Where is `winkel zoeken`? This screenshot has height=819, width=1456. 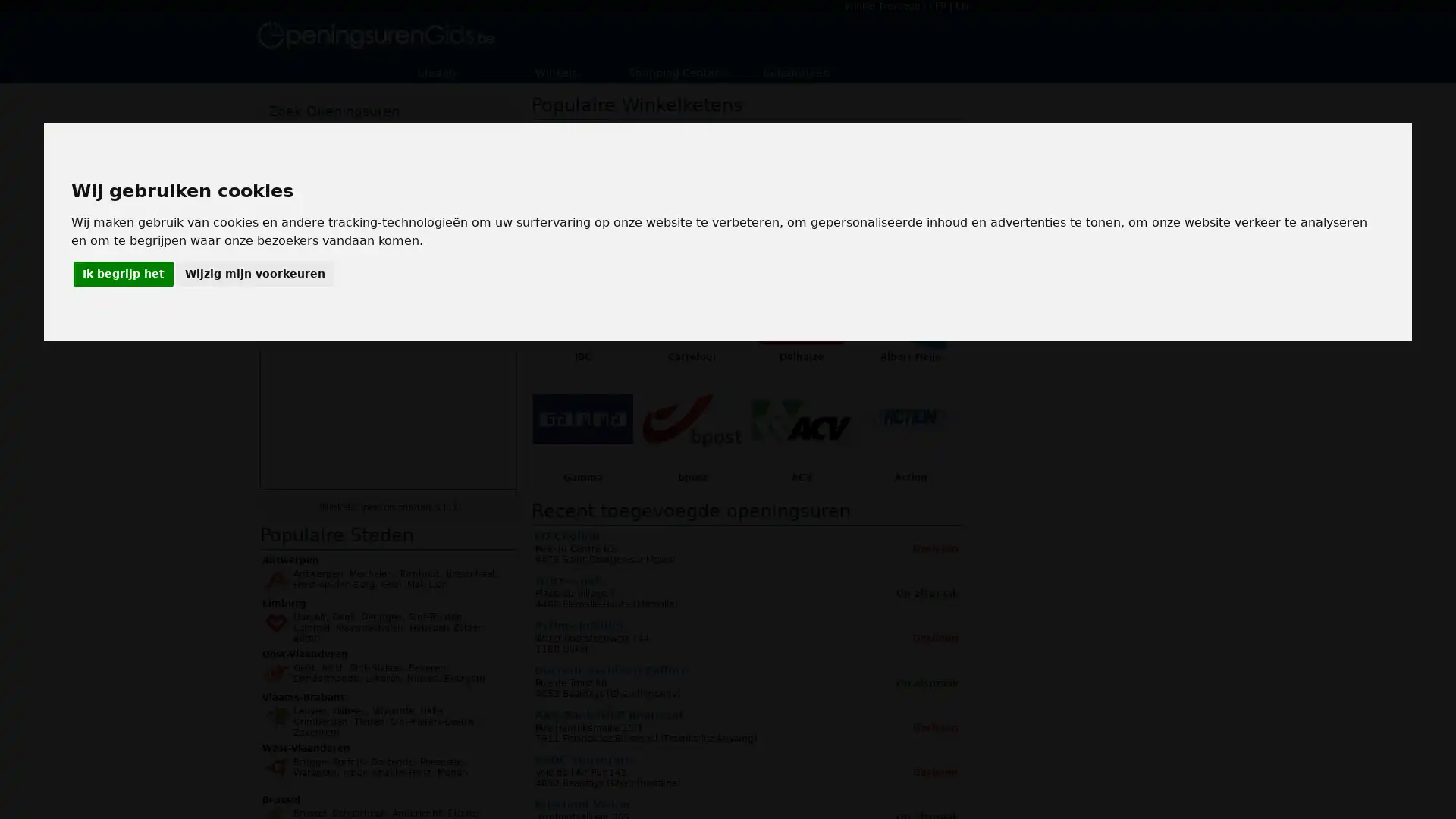 winkel zoeken is located at coordinates (457, 248).